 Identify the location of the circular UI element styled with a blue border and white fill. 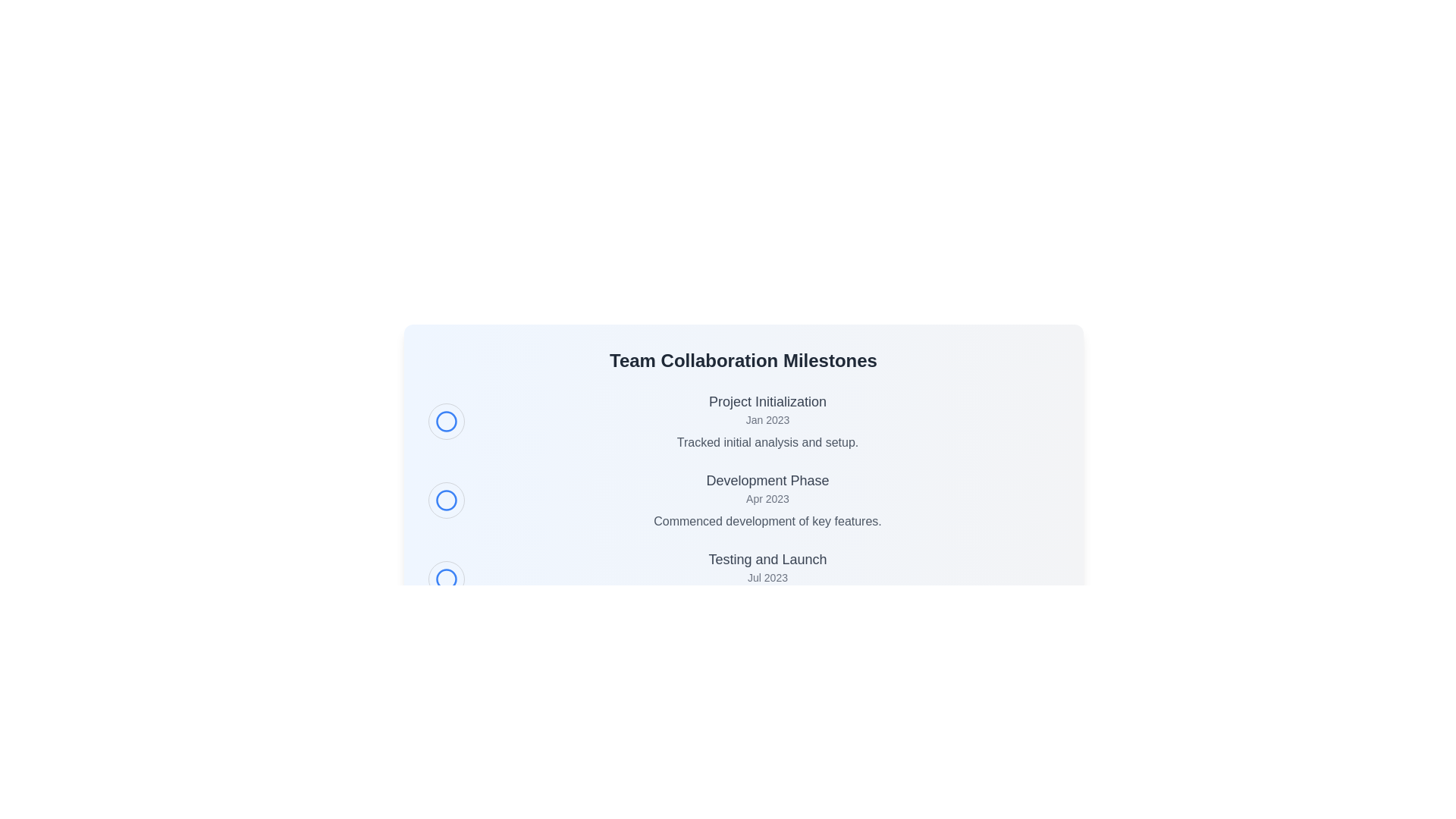
(445, 500).